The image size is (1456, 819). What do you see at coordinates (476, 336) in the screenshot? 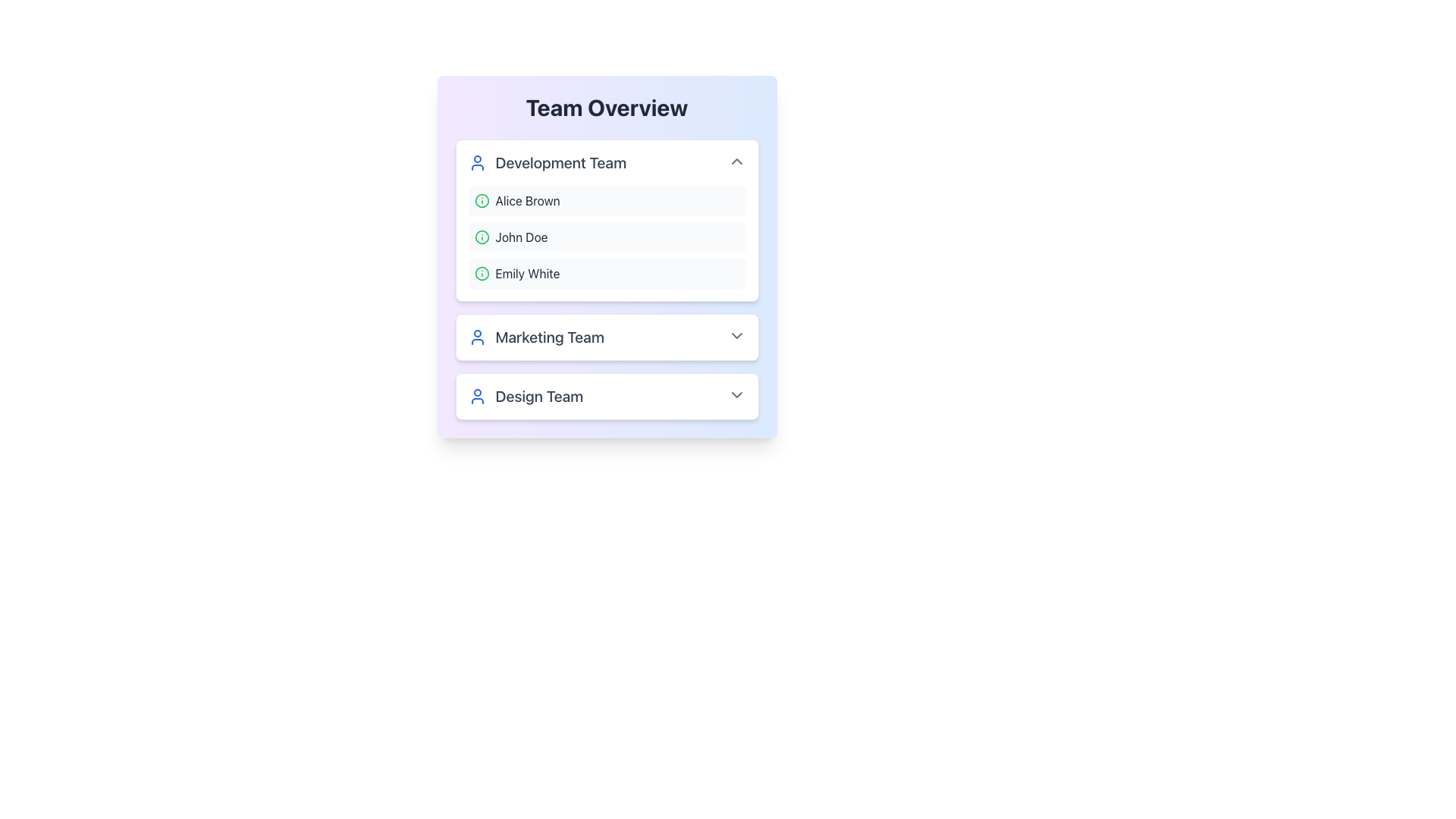
I see `the SVG icon representing the 'Marketing Team', which is located adjacent to the 'Marketing Team' header text` at bounding box center [476, 336].